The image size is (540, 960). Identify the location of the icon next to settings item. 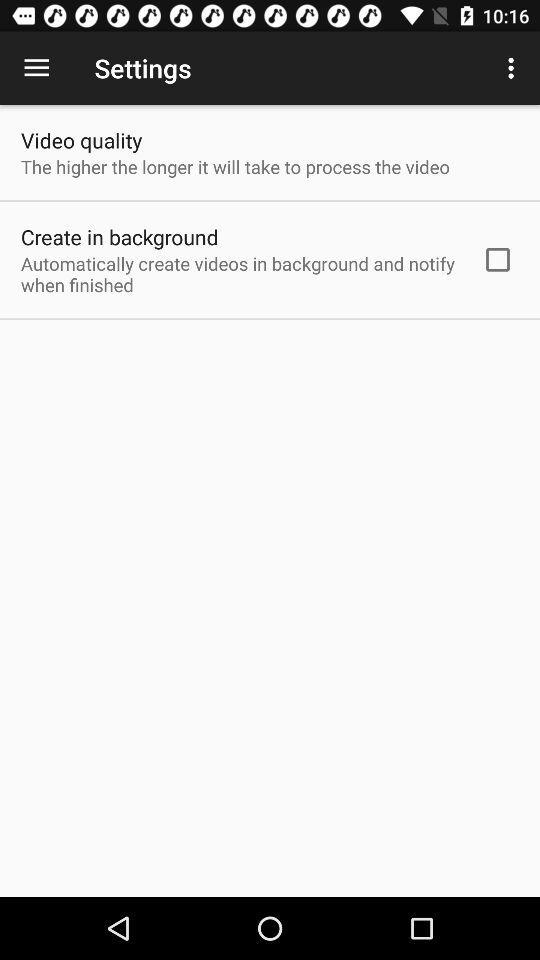
(513, 68).